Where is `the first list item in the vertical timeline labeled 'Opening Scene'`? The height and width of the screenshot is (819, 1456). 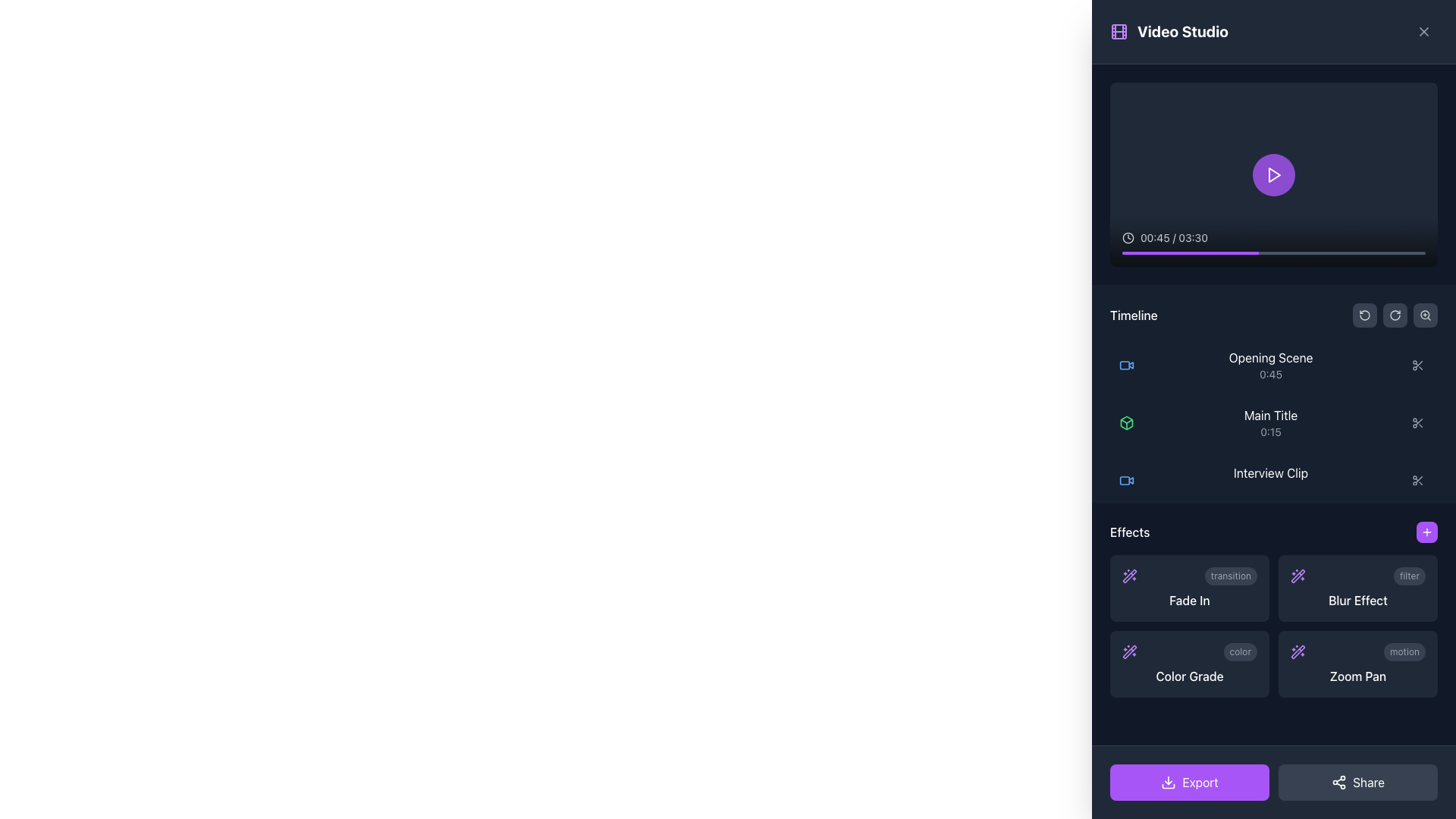
the first list item in the vertical timeline labeled 'Opening Scene' is located at coordinates (1274, 366).